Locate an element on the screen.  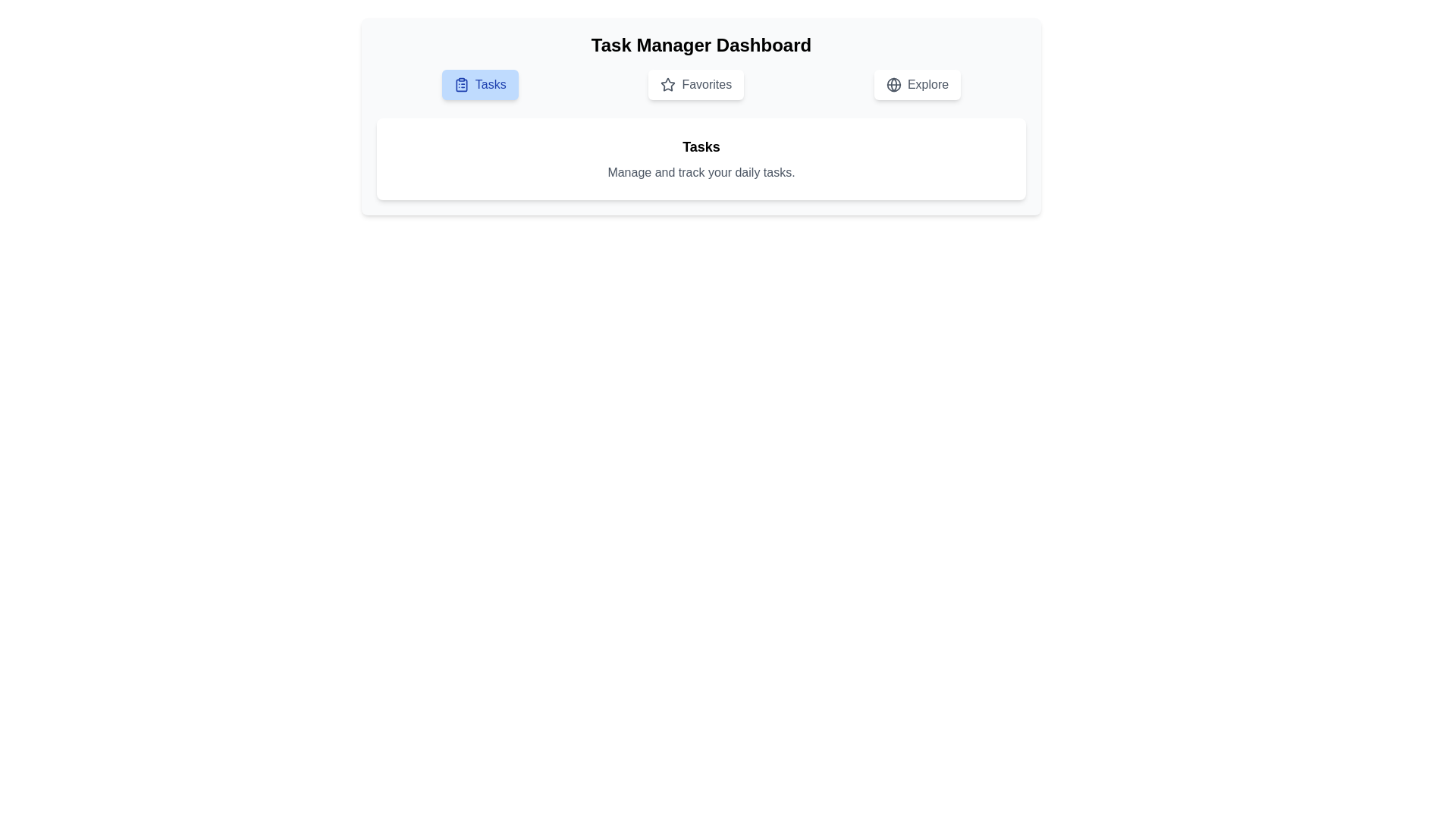
the Favorites tab is located at coordinates (695, 84).